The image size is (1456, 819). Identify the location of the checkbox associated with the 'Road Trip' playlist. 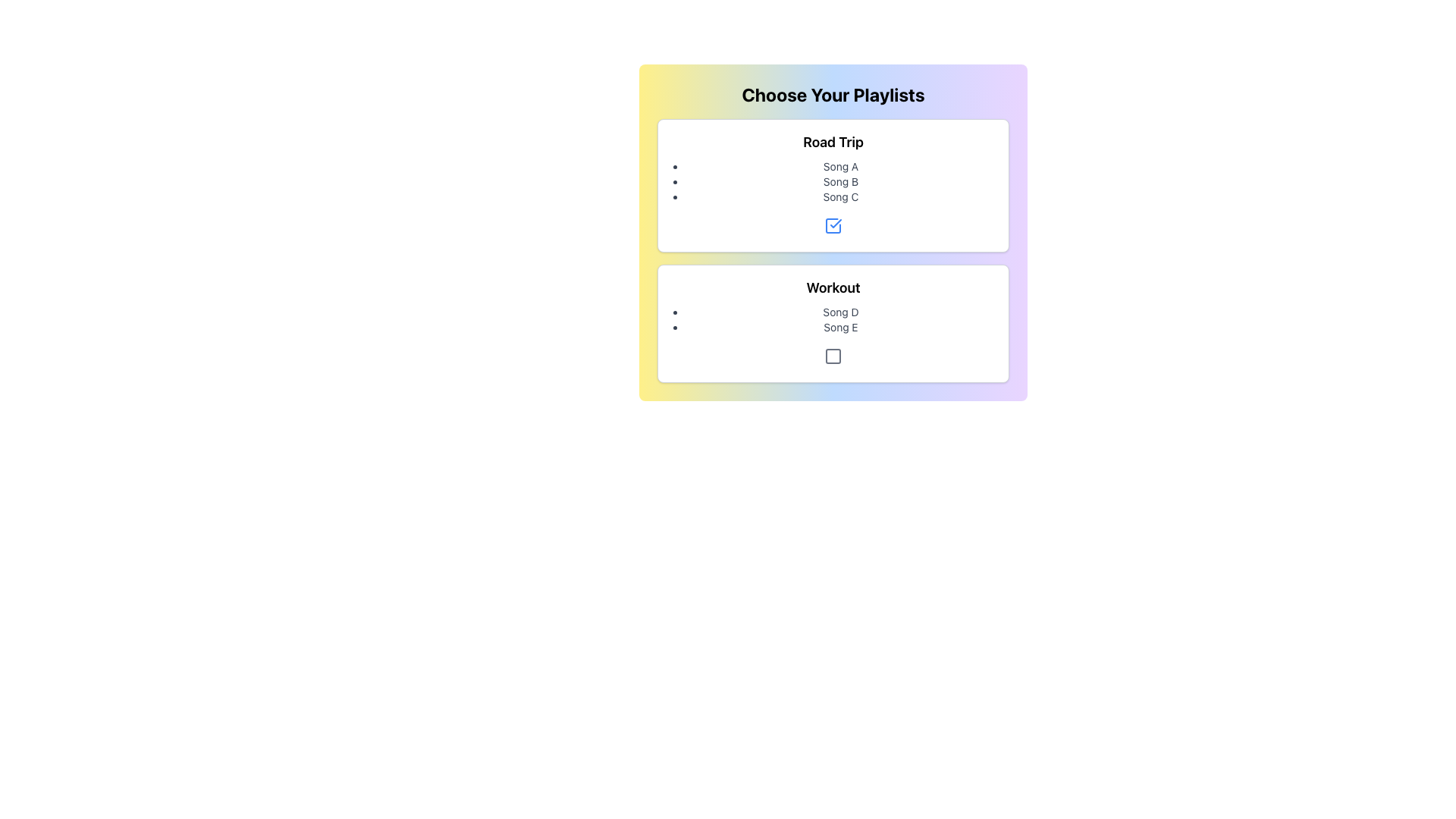
(833, 225).